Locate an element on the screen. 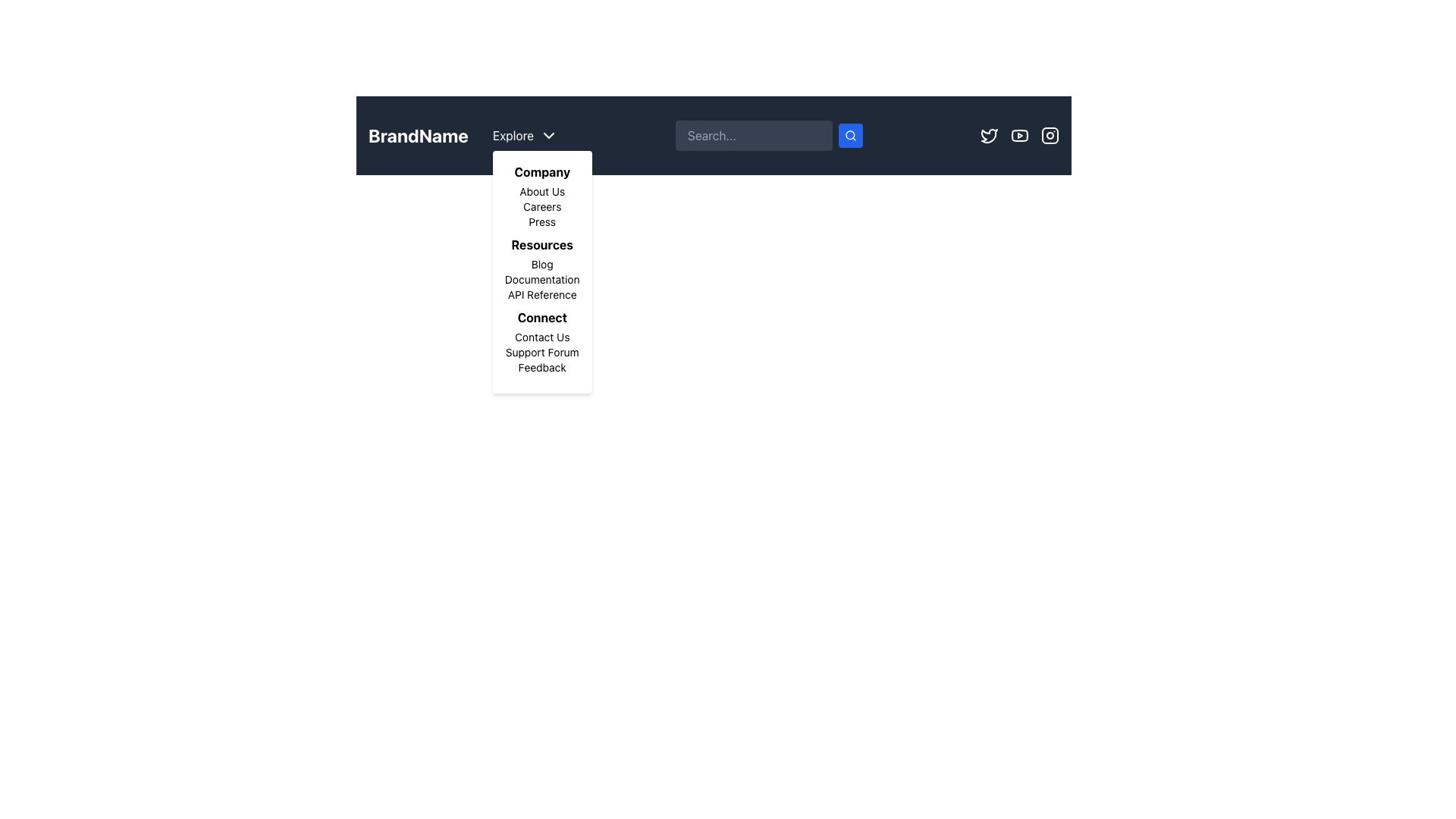 This screenshot has width=1456, height=819. the 'Connect' menu section in the dropdown under 'Explore' to observe the underline hover effect is located at coordinates (542, 342).